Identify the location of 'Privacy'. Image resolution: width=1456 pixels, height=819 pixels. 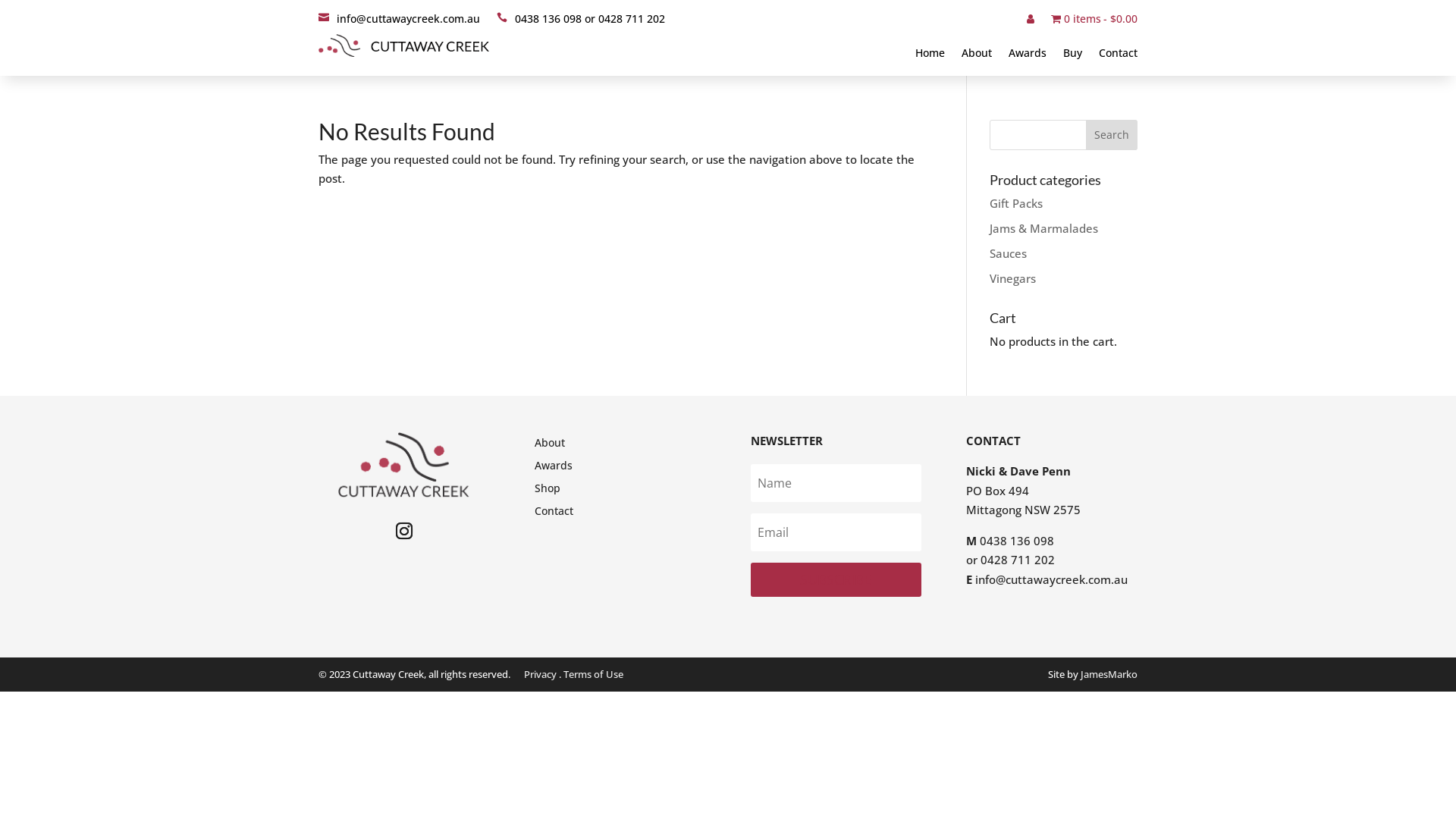
(540, 673).